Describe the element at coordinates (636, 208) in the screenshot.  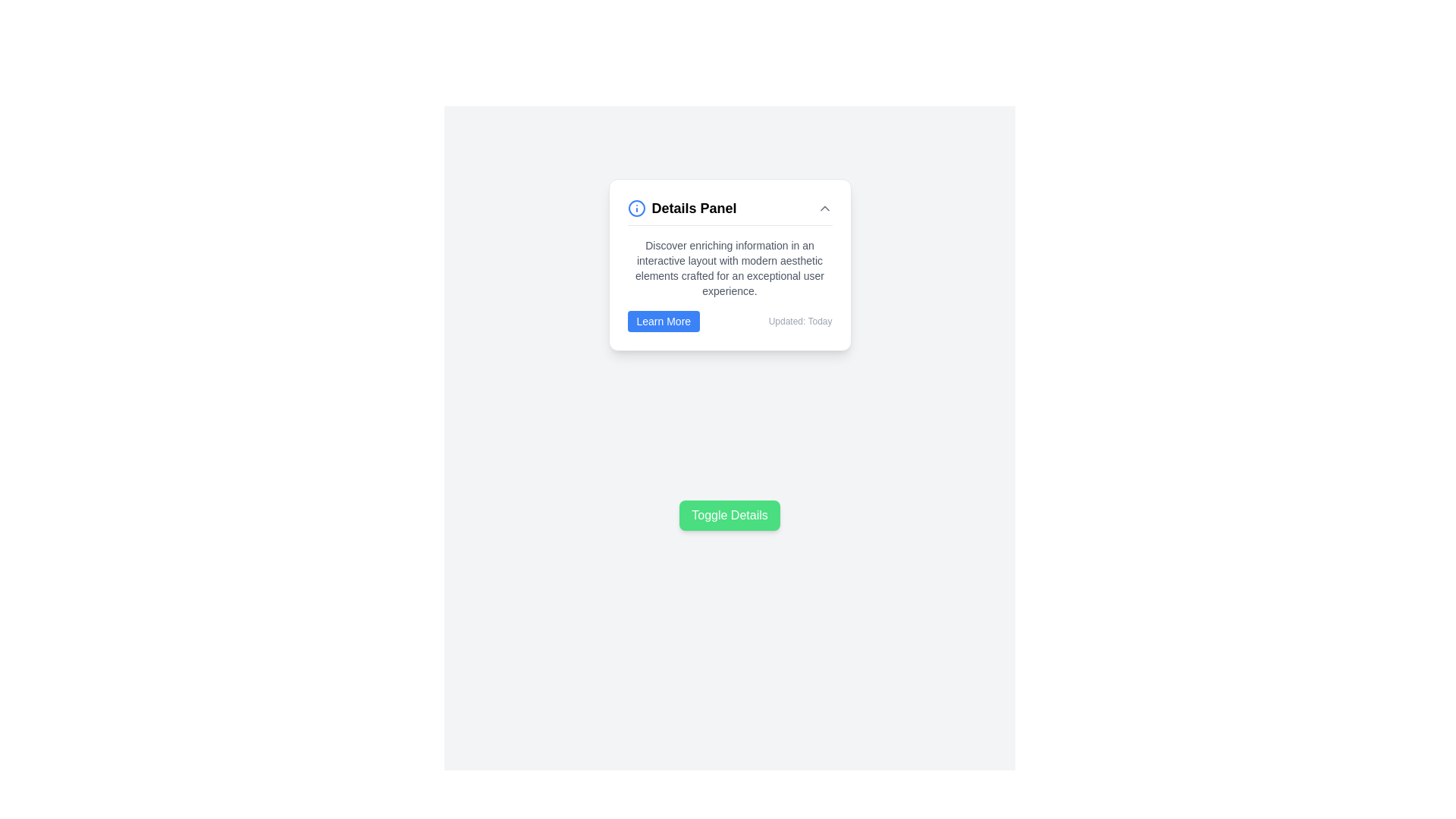
I see `the SVG circle in the information icon located in the 'Details Panel' card at the top of the interface` at that location.